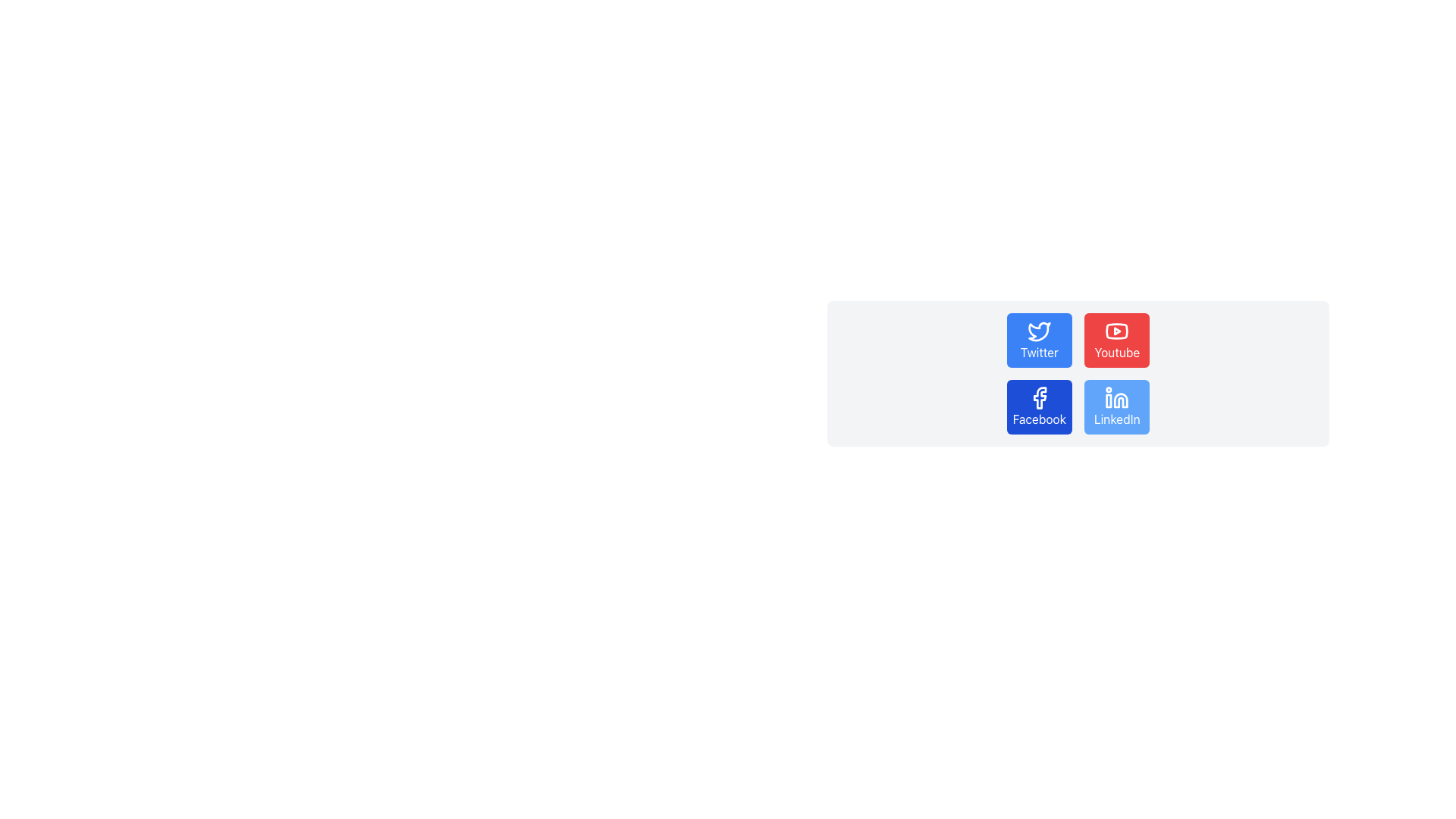 The image size is (1456, 819). Describe the element at coordinates (1038, 330) in the screenshot. I see `the Twitter icon, which is located at the top-left corner of a 2x2 grid of social media icons, representing its link to Twitter` at that location.